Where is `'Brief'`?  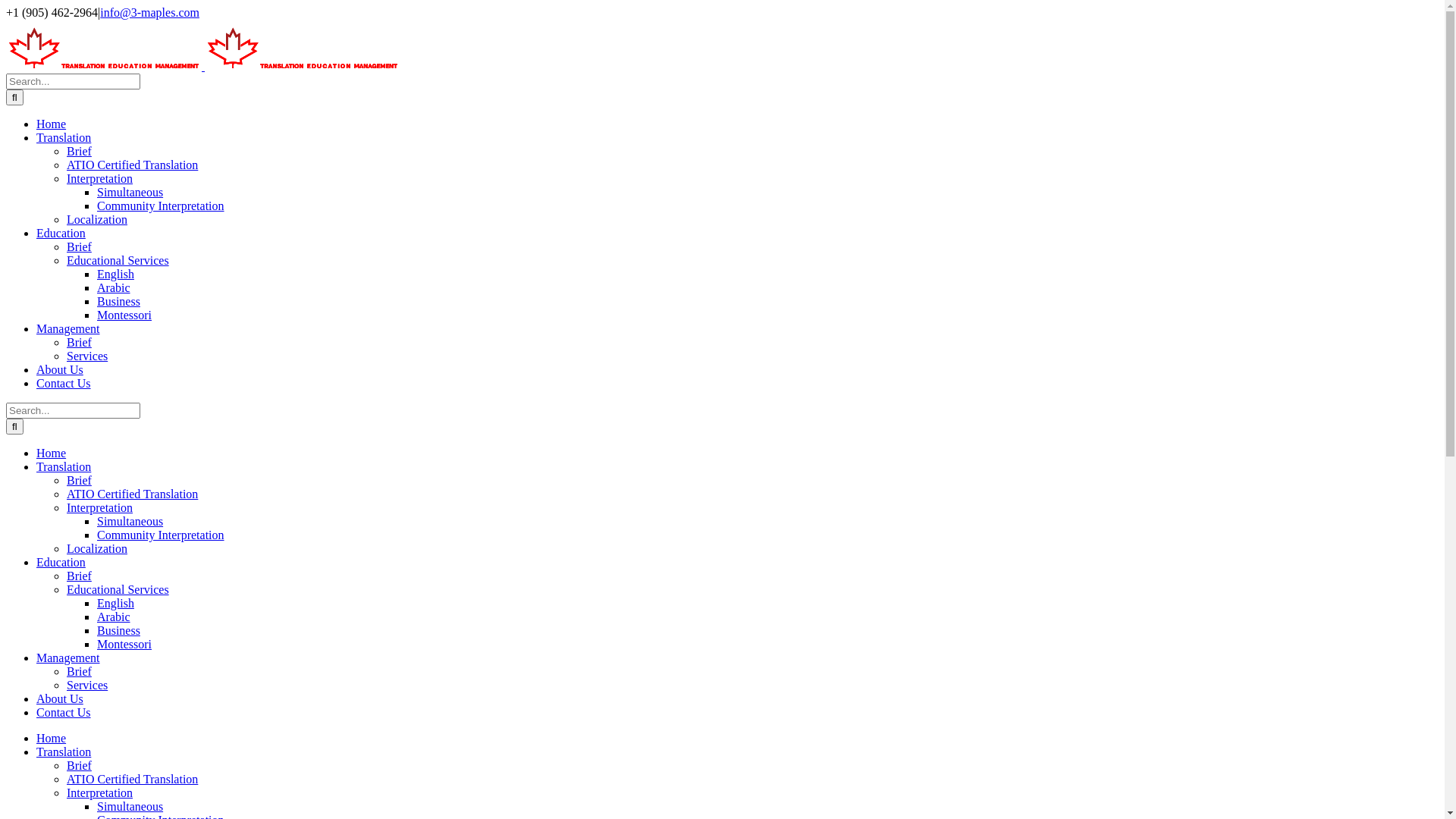
'Brief' is located at coordinates (78, 576).